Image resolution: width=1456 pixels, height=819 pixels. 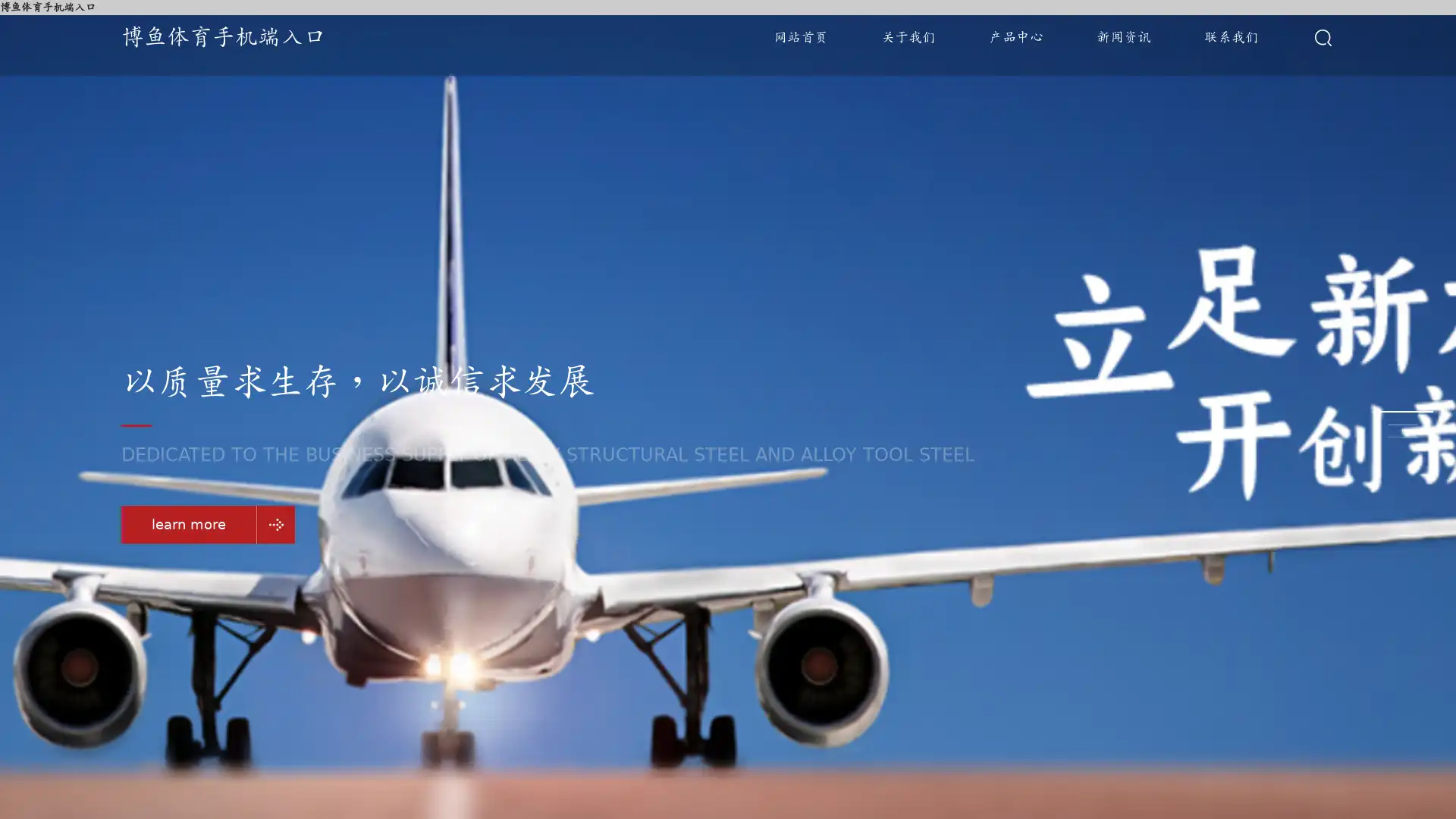 What do you see at coordinates (1401, 438) in the screenshot?
I see `Go to slide 3` at bounding box center [1401, 438].